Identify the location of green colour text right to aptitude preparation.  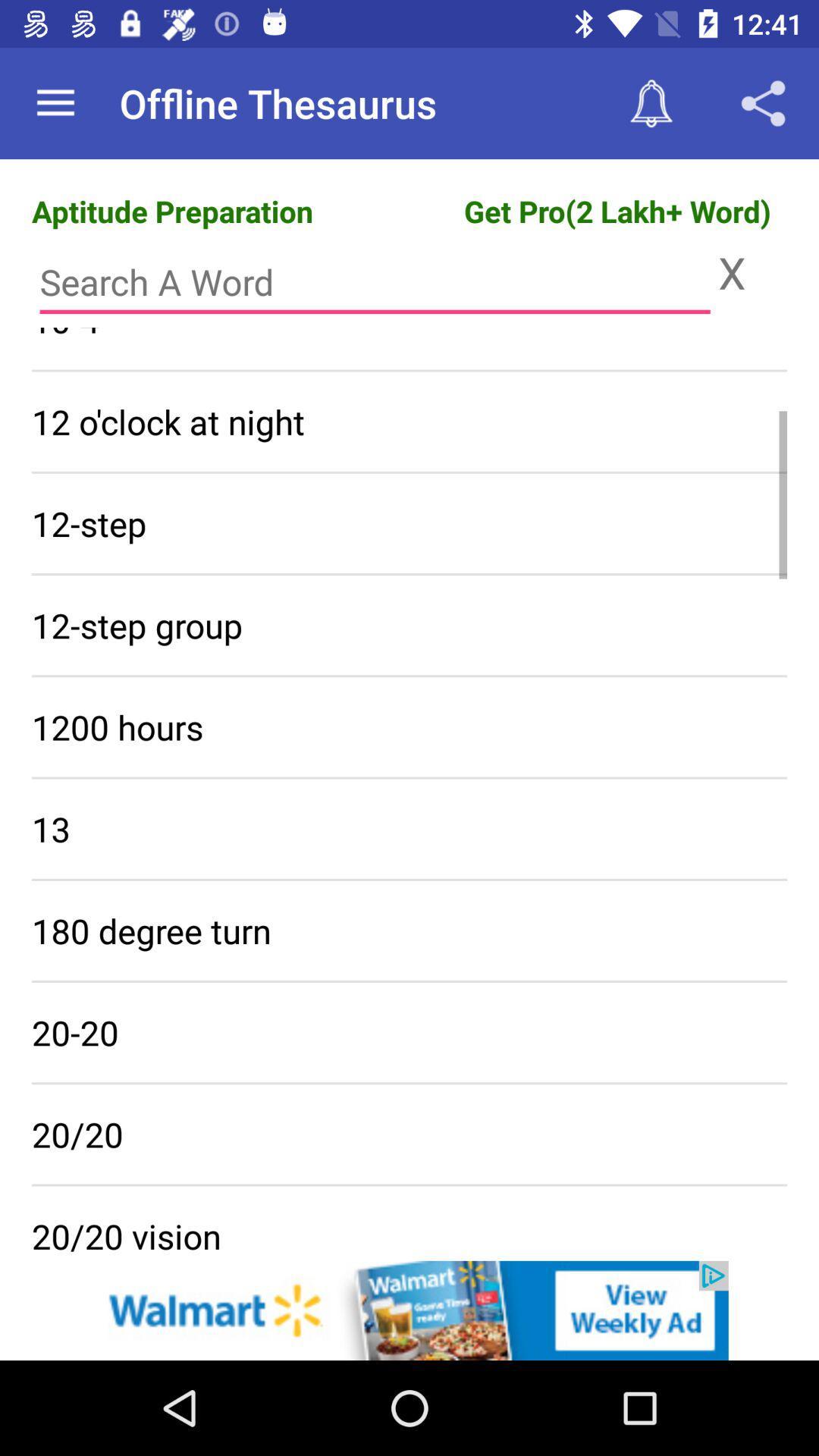
(617, 210).